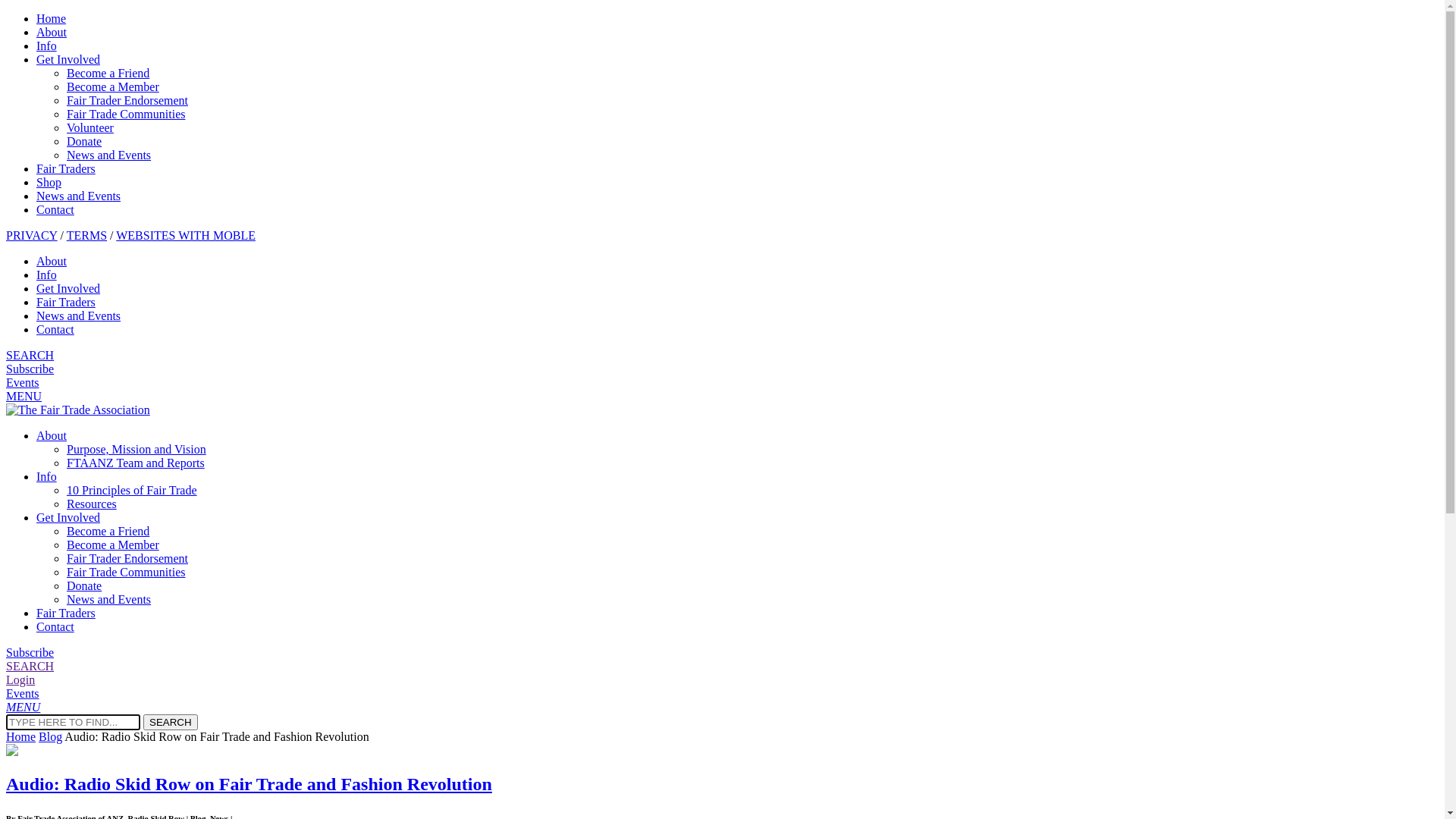 The image size is (1456, 819). Describe the element at coordinates (22, 693) in the screenshot. I see `'Events'` at that location.